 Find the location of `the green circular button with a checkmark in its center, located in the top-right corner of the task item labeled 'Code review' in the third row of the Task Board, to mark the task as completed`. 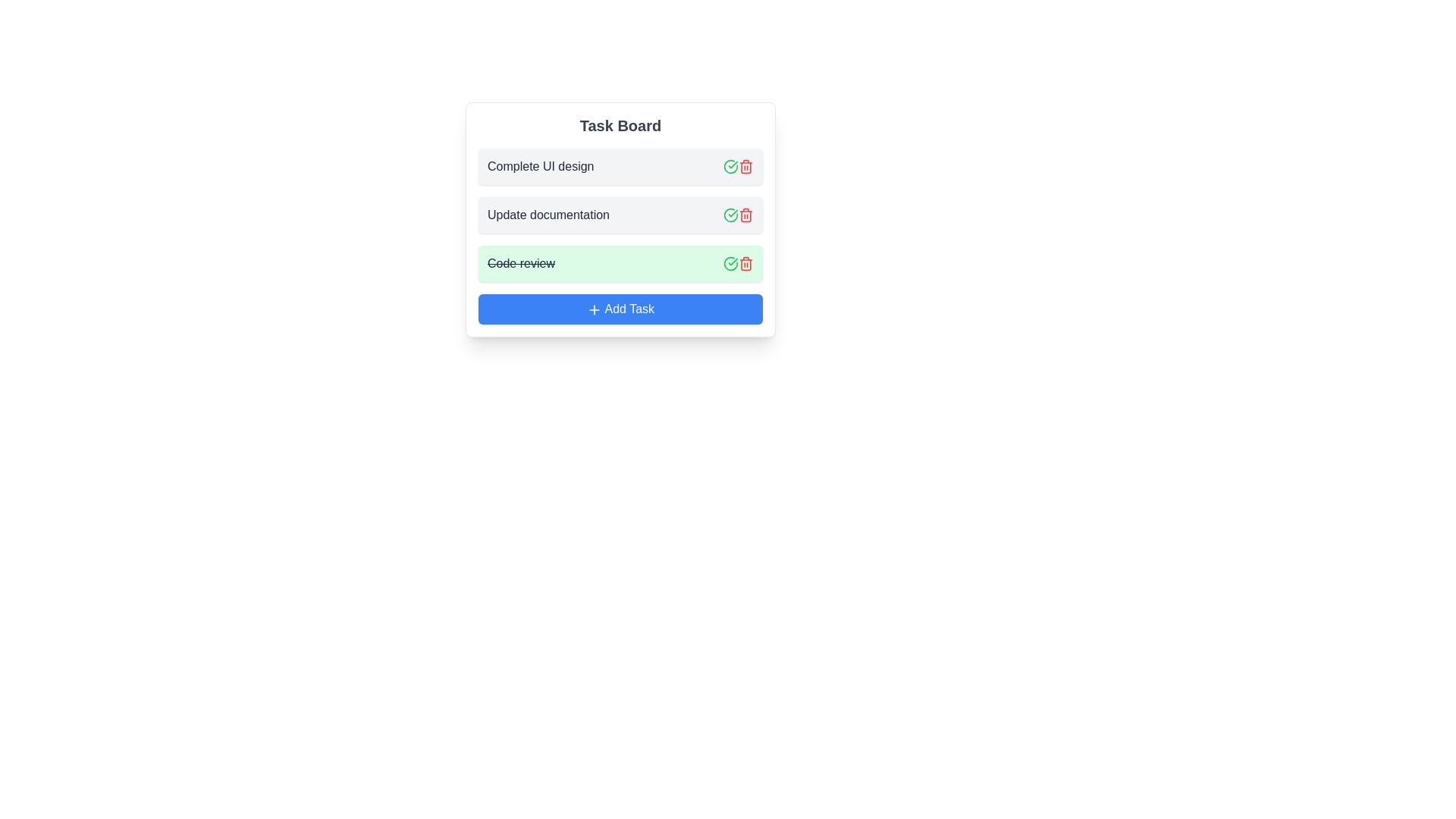

the green circular button with a checkmark in its center, located in the top-right corner of the task item labeled 'Code review' in the third row of the Task Board, to mark the task as completed is located at coordinates (731, 262).